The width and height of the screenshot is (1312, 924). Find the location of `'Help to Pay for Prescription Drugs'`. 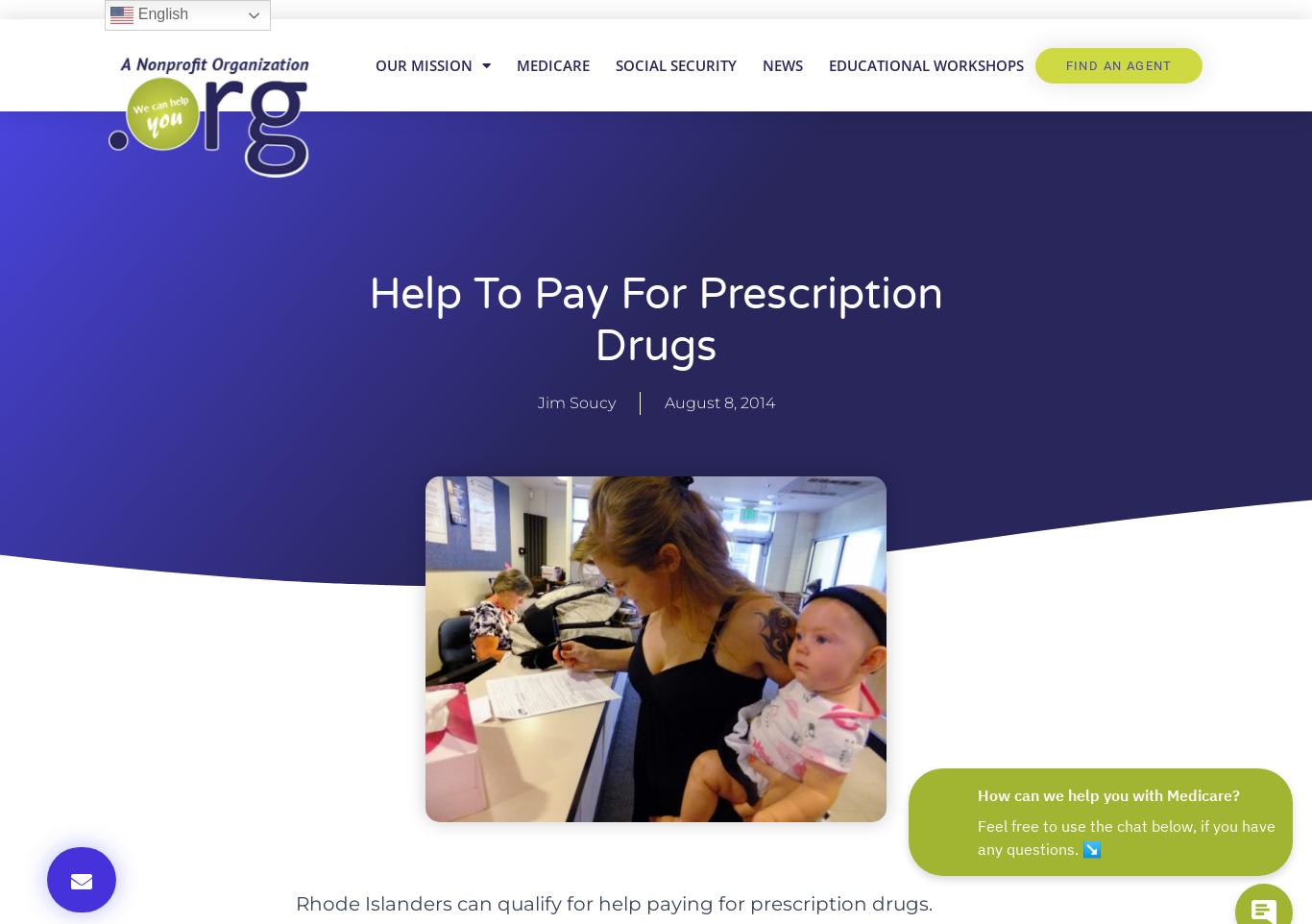

'Help to Pay for Prescription Drugs' is located at coordinates (656, 320).